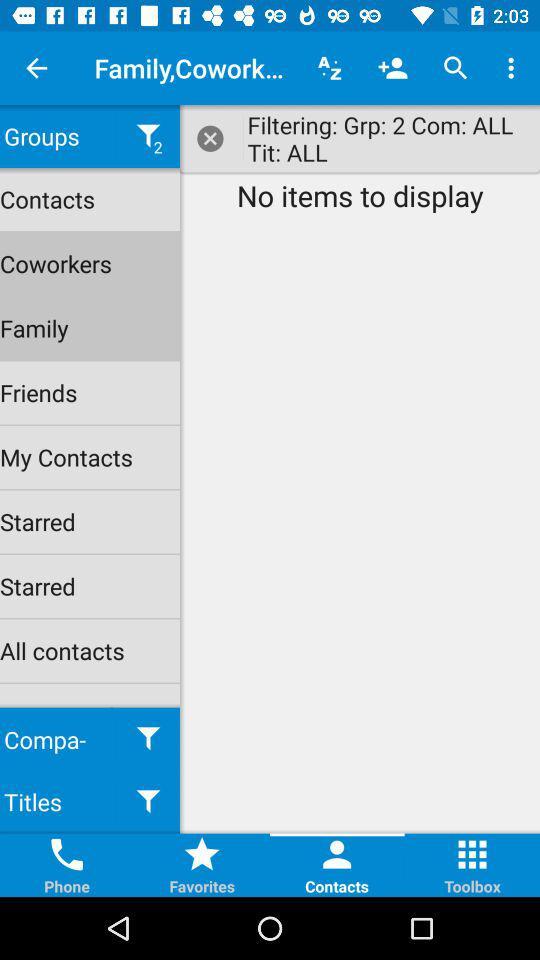  Describe the element at coordinates (147, 802) in the screenshot. I see `the filter icon` at that location.